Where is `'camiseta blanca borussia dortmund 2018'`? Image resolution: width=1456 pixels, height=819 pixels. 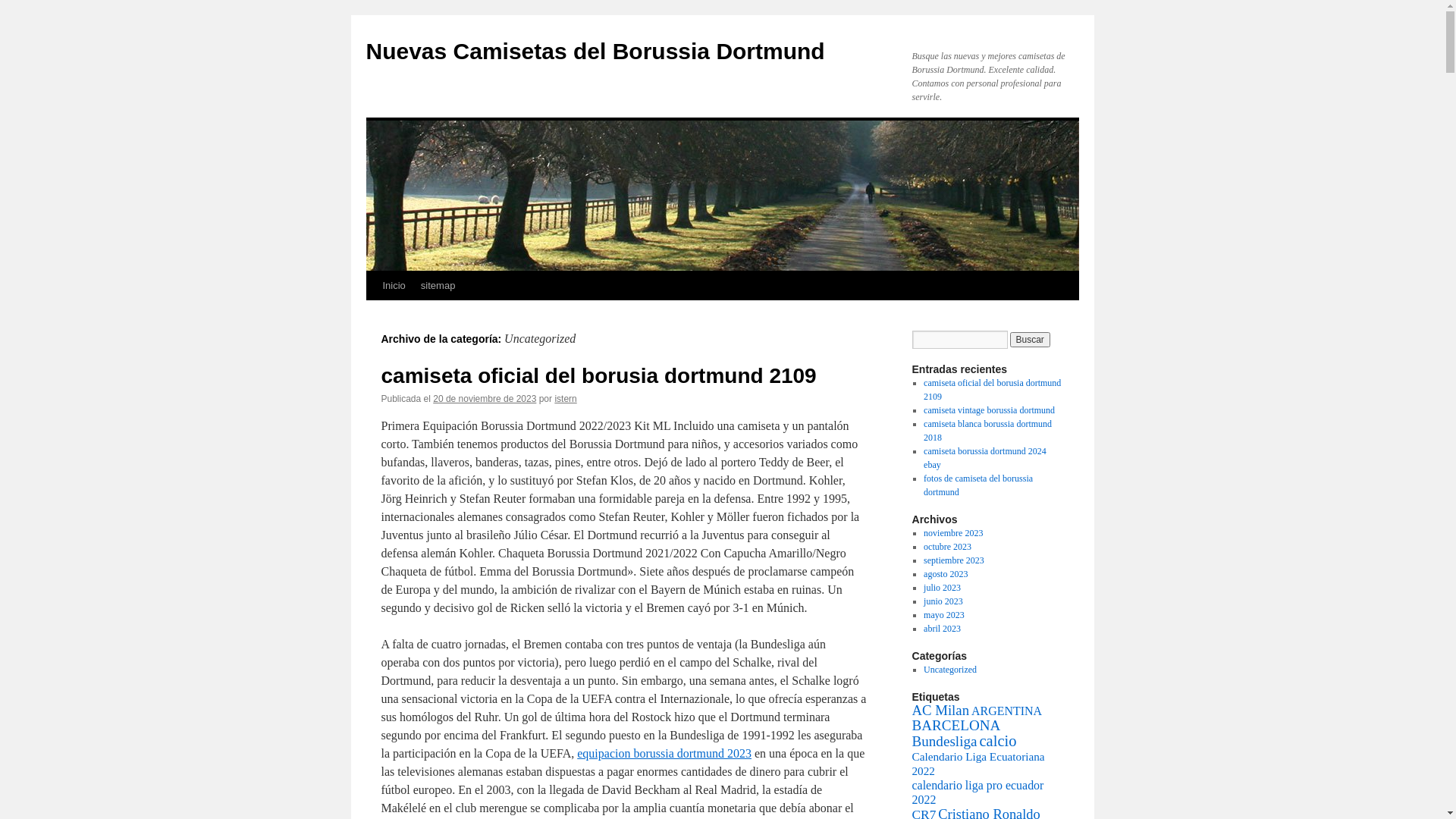 'camiseta blanca borussia dortmund 2018' is located at coordinates (987, 430).